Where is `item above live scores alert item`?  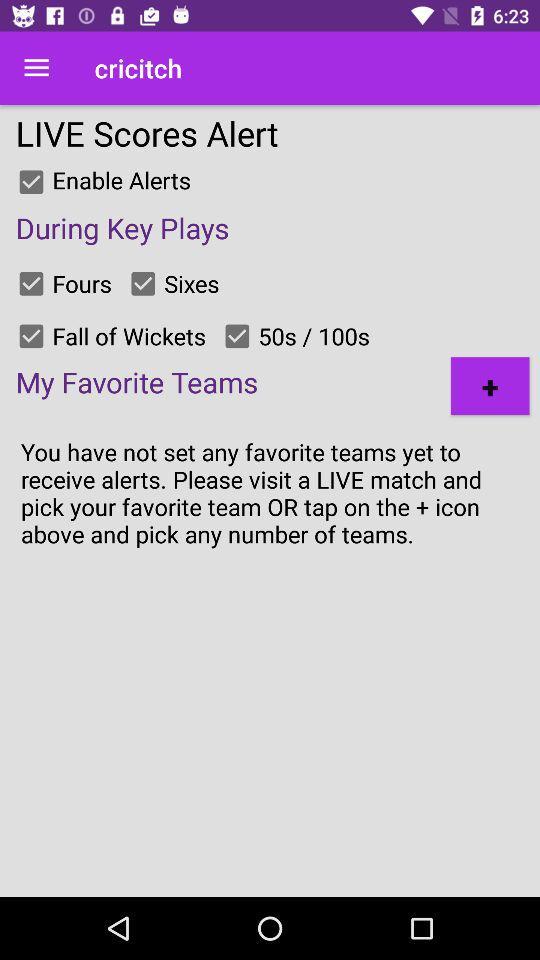
item above live scores alert item is located at coordinates (36, 68).